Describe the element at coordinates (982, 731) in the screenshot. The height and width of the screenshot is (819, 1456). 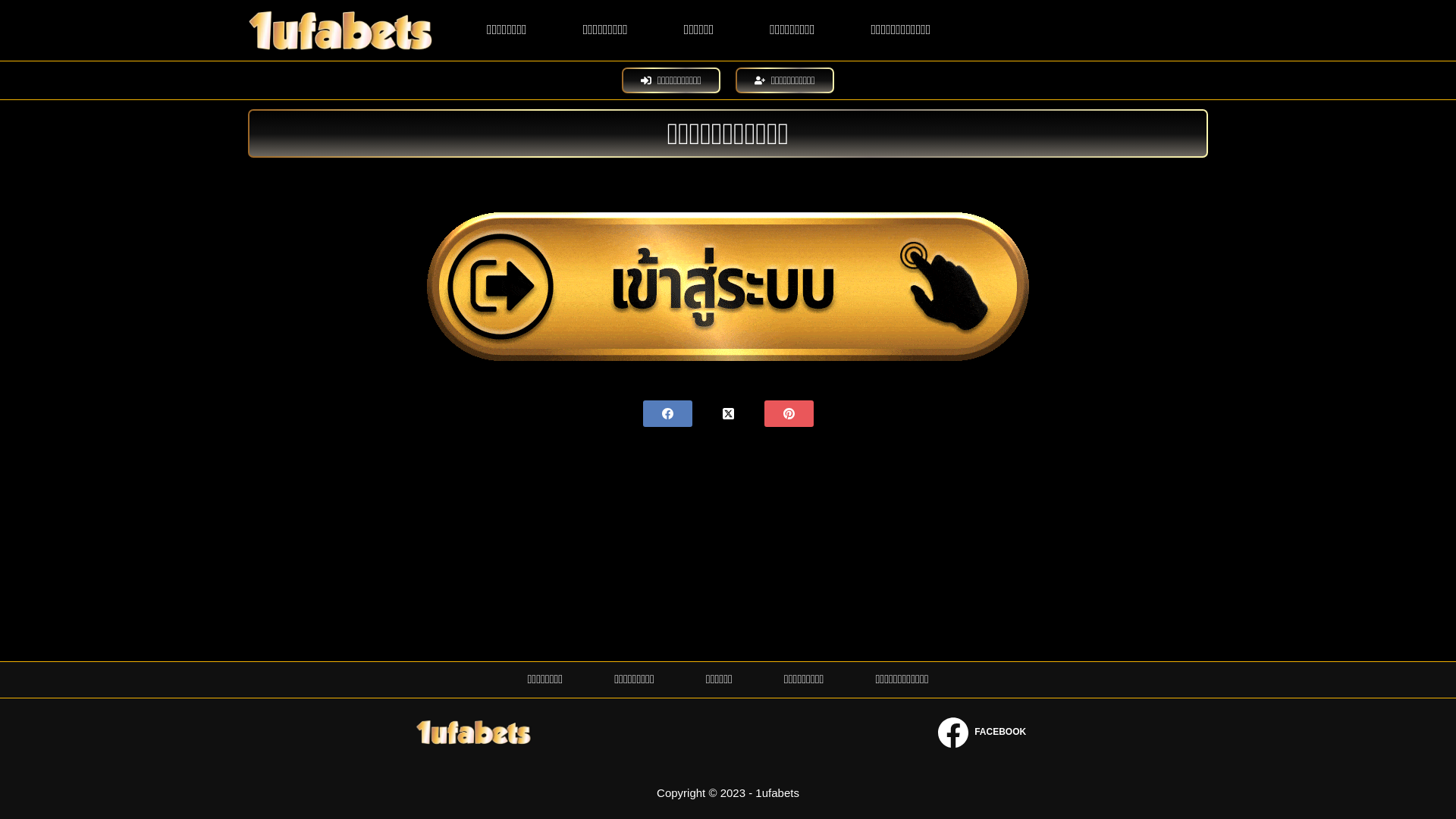
I see `'FACEBOOK'` at that location.